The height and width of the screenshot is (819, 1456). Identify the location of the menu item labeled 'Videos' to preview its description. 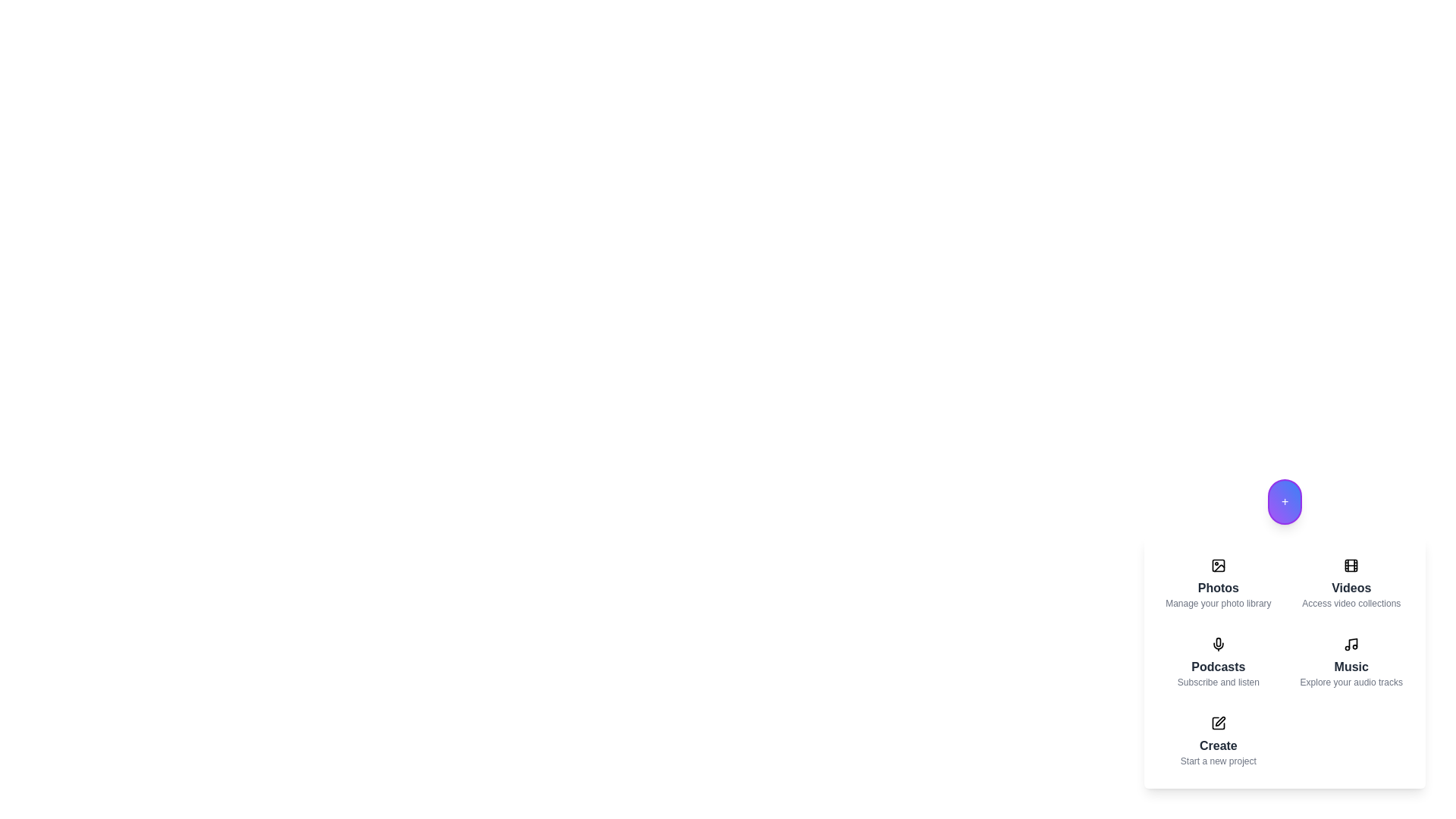
(1351, 583).